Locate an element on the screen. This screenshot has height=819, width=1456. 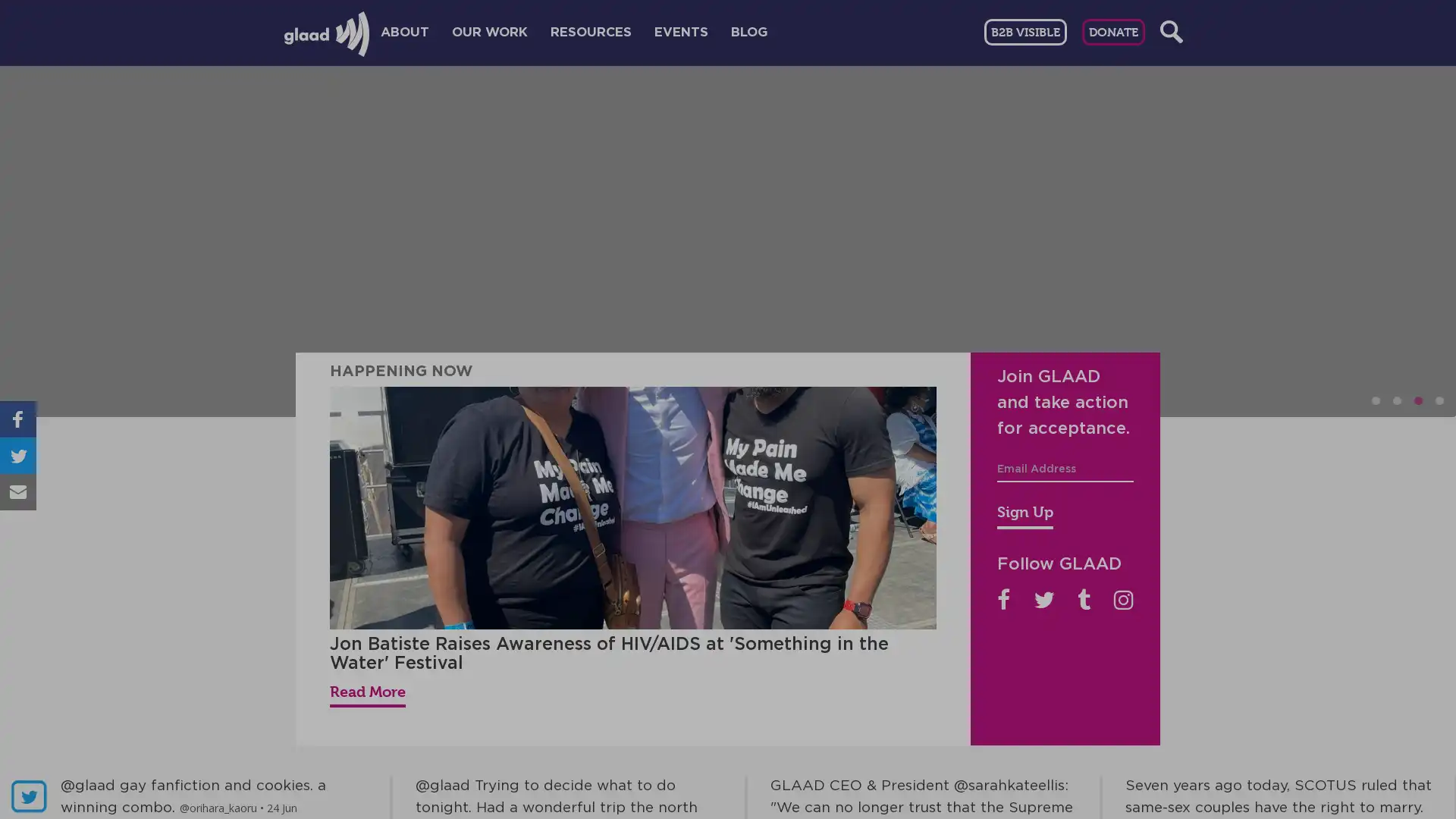
Close is located at coordinates (1106, 180).